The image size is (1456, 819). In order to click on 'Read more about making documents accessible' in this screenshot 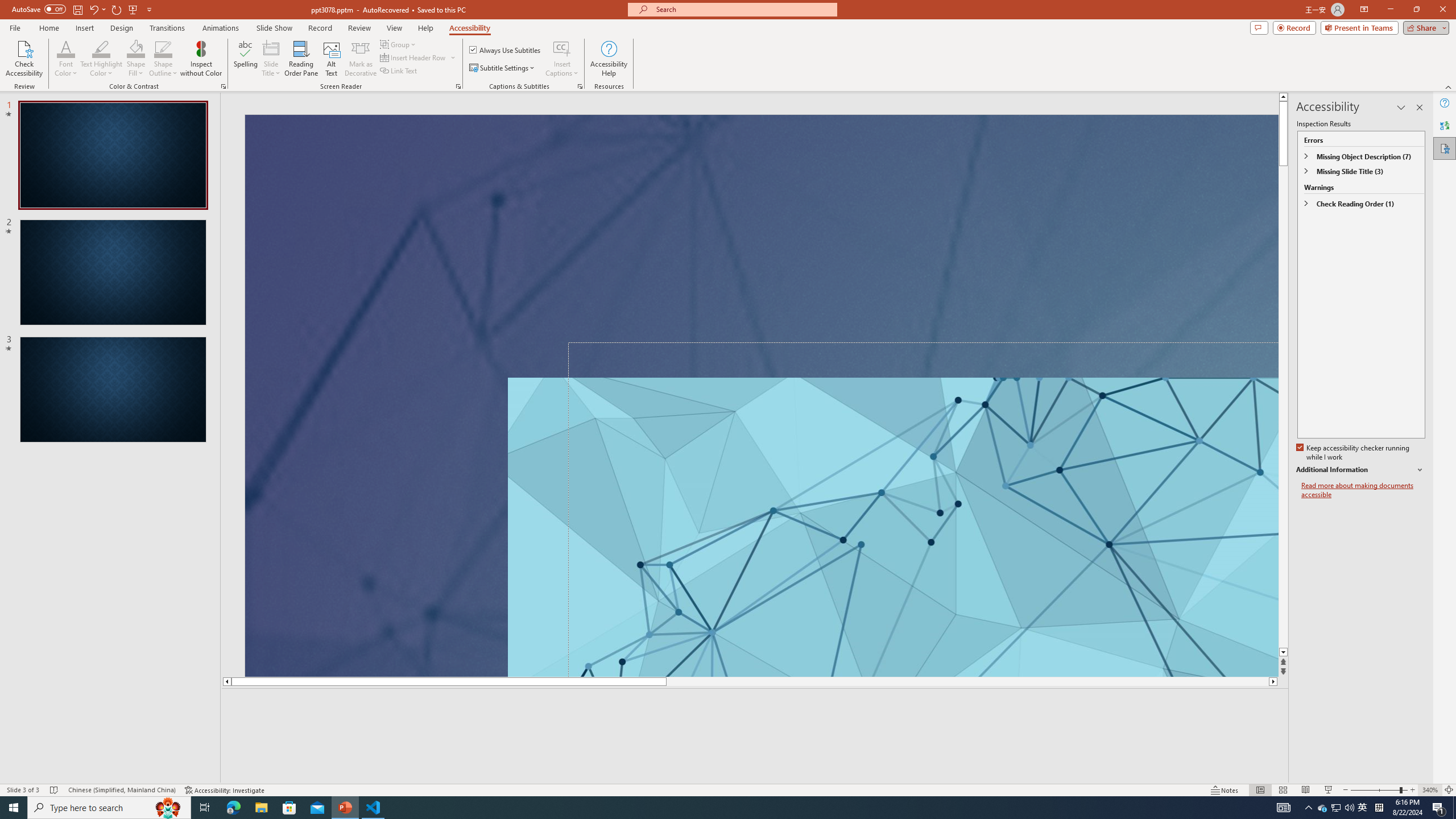, I will do `click(1363, 490)`.